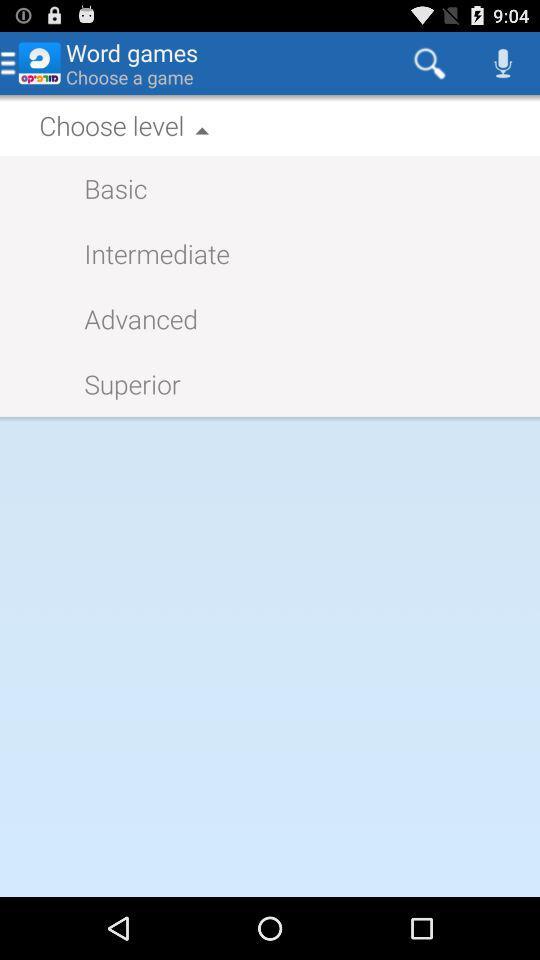  Describe the element at coordinates (131, 318) in the screenshot. I see `advanced app` at that location.